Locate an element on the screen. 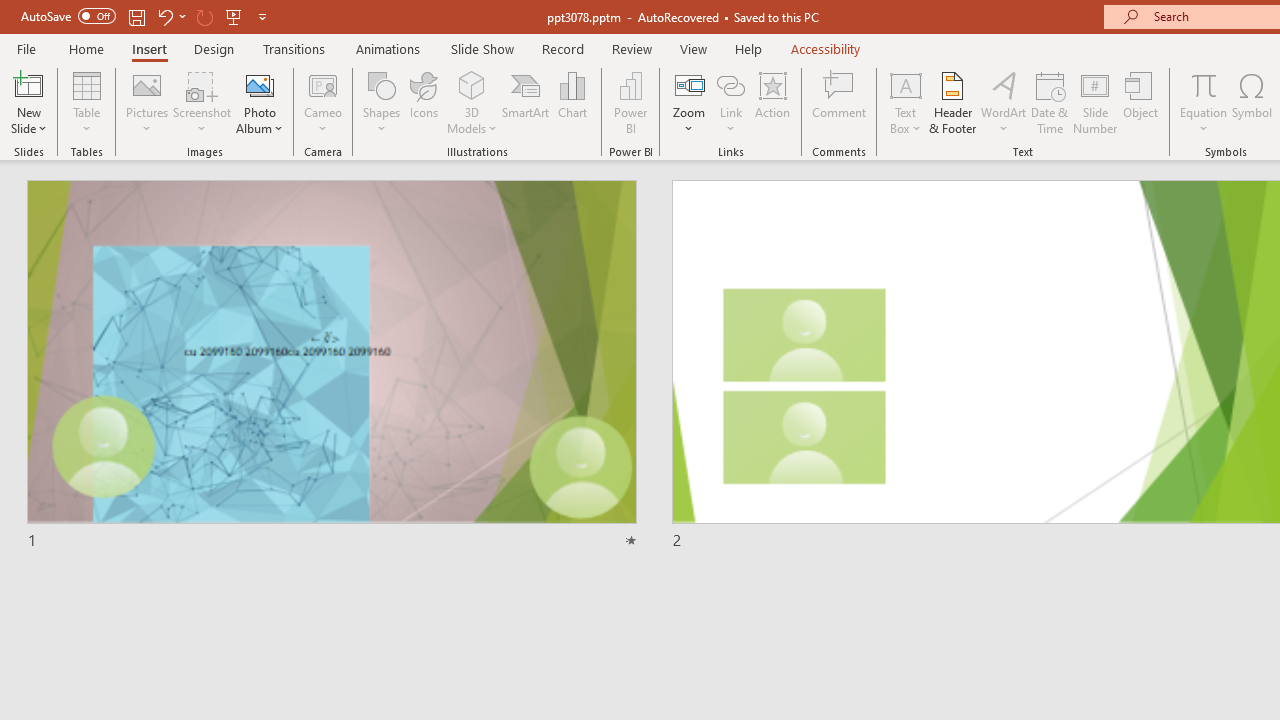 The width and height of the screenshot is (1280, 720). 'Power BI' is located at coordinates (630, 103).